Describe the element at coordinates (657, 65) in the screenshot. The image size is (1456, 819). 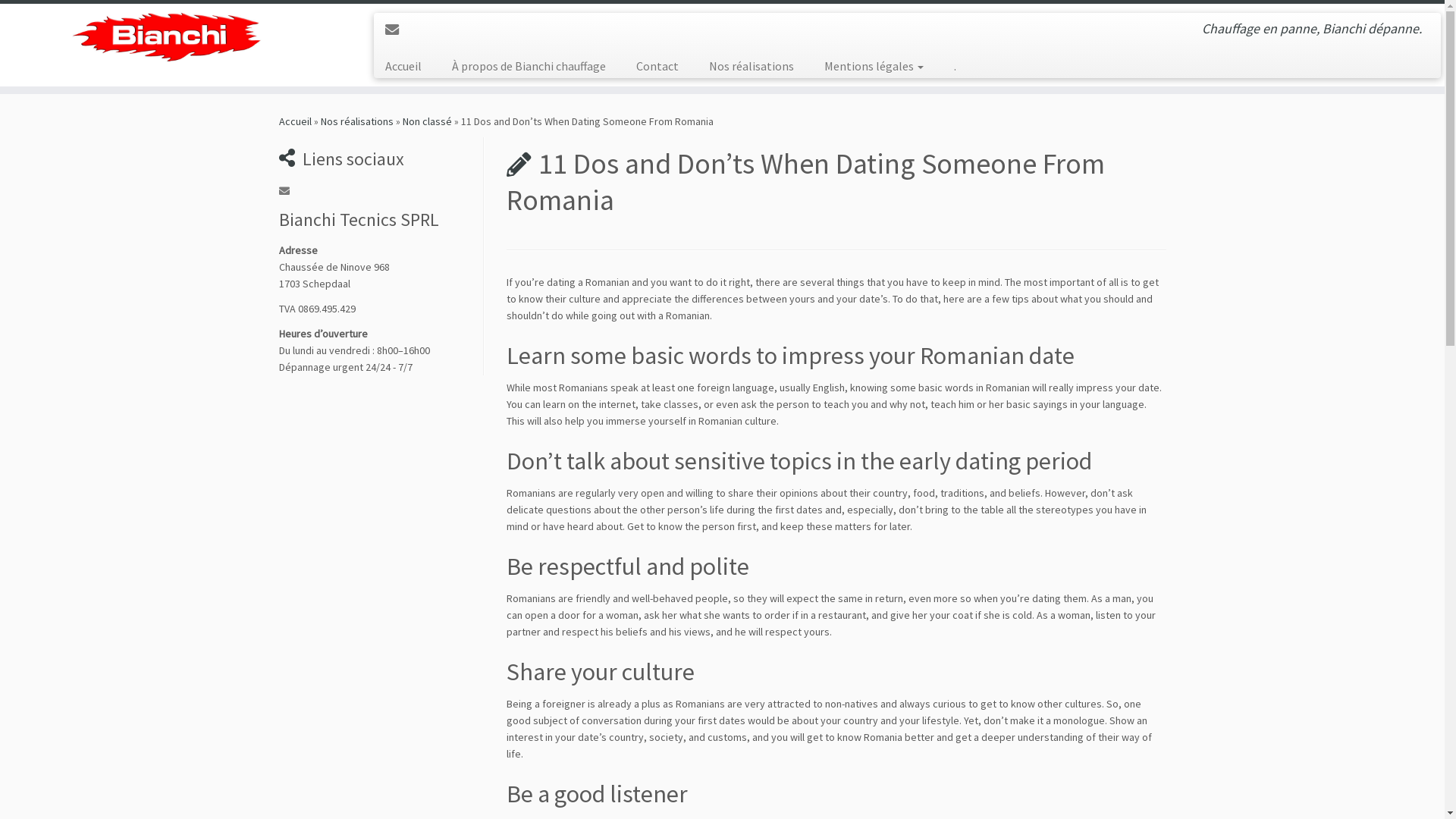
I see `'Contact'` at that location.